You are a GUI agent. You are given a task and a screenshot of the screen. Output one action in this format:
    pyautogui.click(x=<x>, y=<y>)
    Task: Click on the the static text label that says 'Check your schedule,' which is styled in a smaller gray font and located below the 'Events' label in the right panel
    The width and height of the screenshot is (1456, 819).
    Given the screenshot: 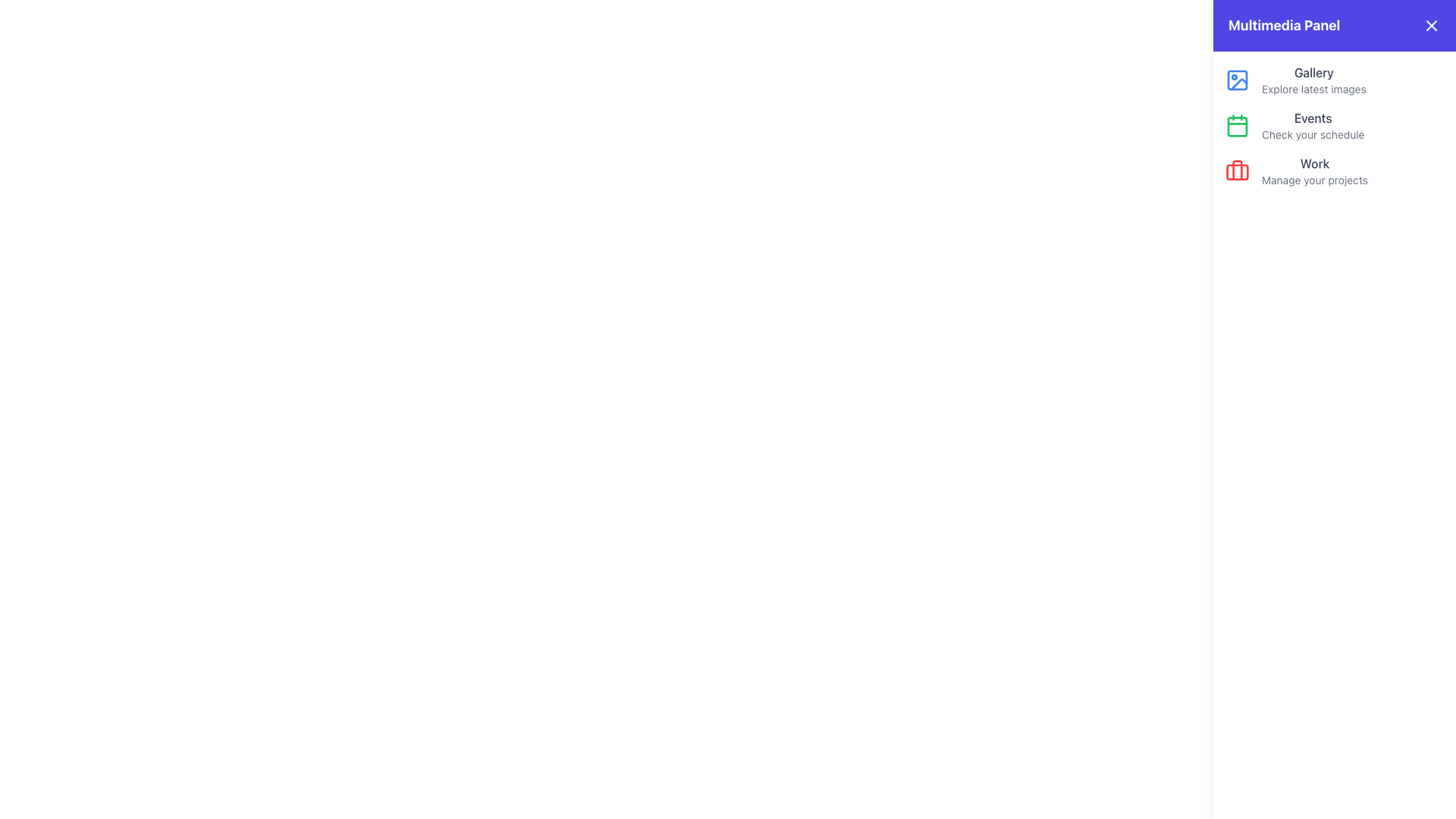 What is the action you would take?
    pyautogui.click(x=1312, y=133)
    